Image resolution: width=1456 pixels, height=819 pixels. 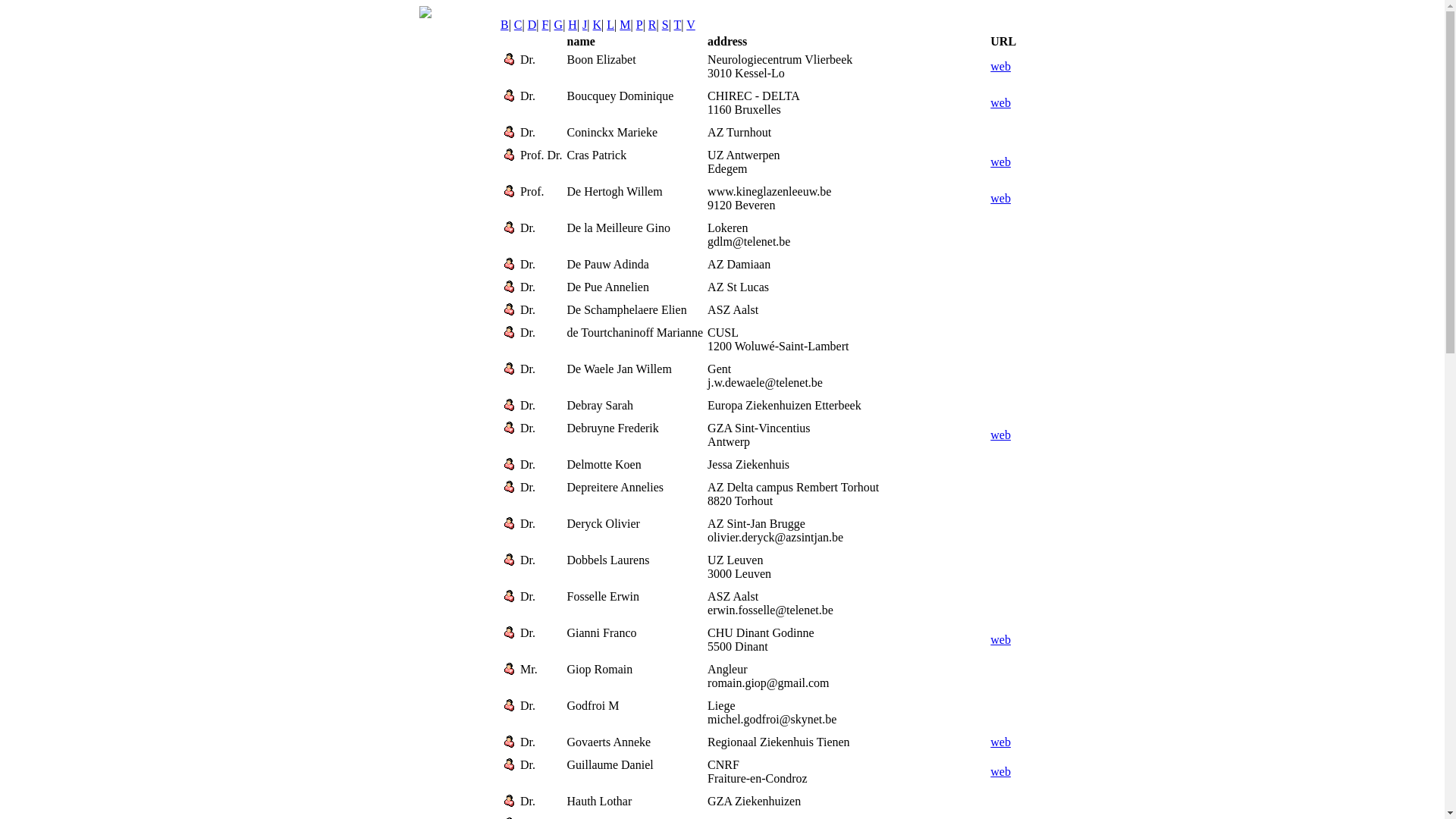 What do you see at coordinates (1000, 741) in the screenshot?
I see `'web'` at bounding box center [1000, 741].